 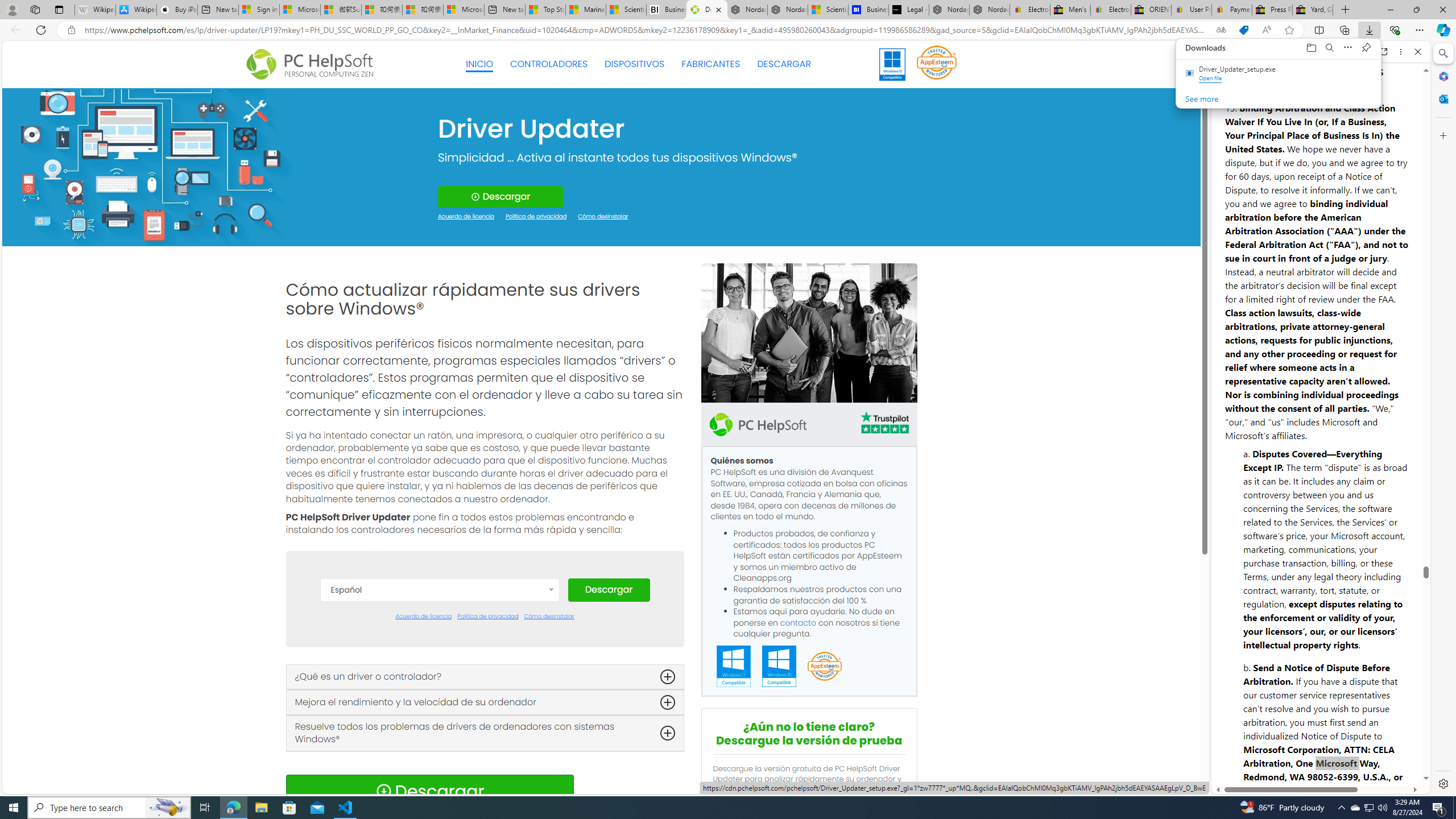 What do you see at coordinates (1442, 53) in the screenshot?
I see `'Minimize Search pane'` at bounding box center [1442, 53].